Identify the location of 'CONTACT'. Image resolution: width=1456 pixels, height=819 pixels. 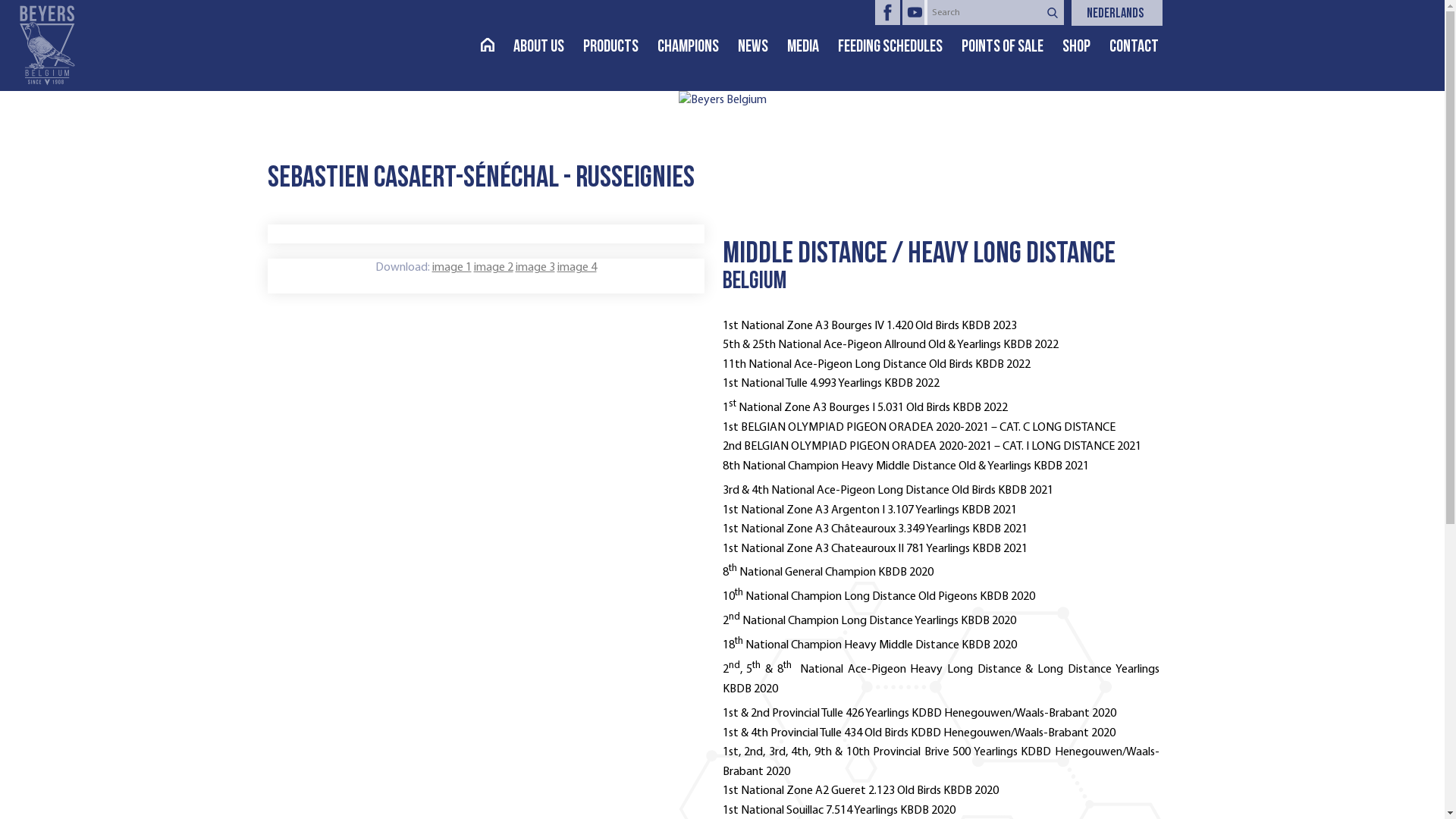
(1143, 46).